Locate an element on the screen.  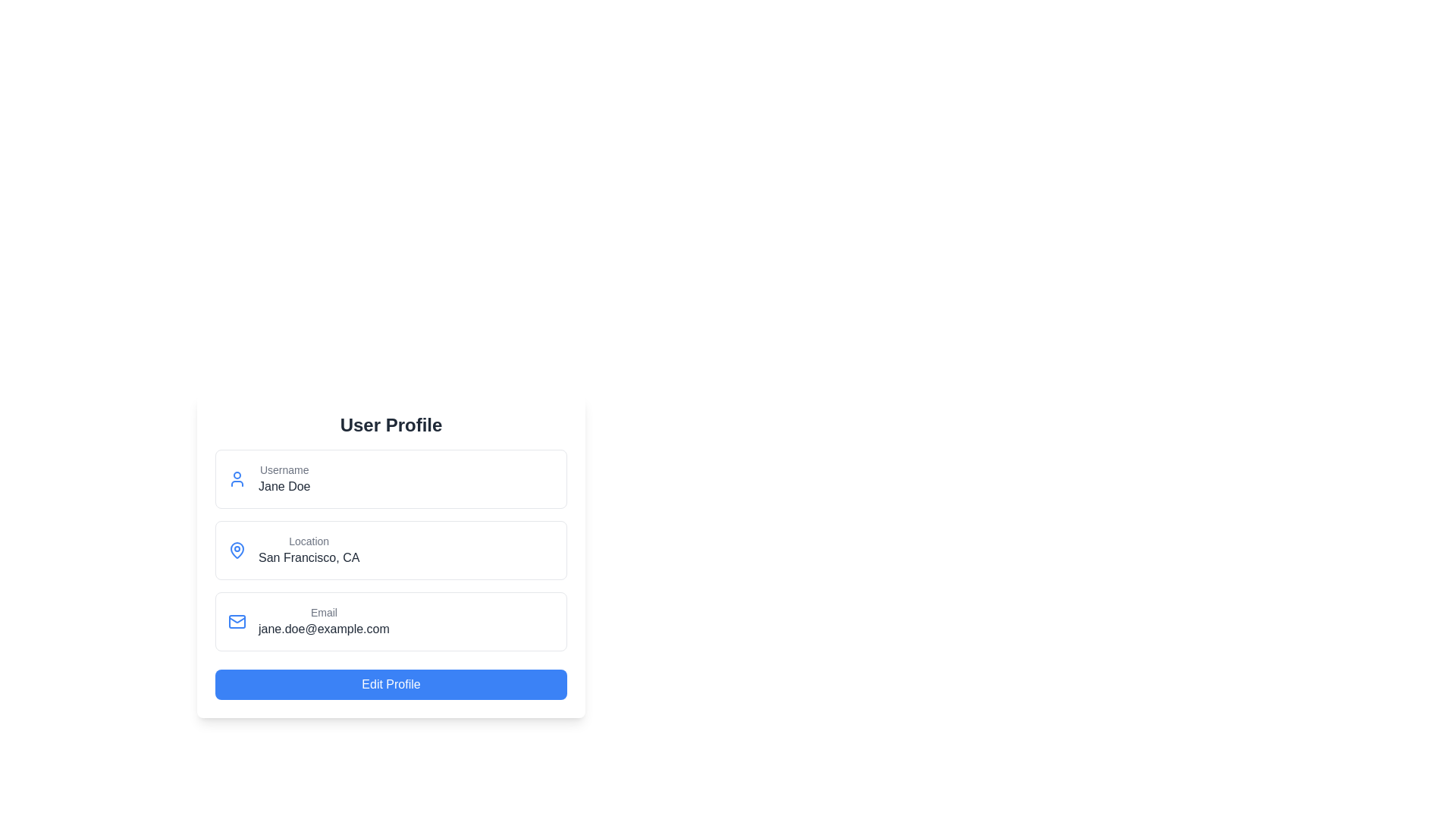
email address displayed in the non-interactive Text Display Block located in the lower section of the user profile card, which is aligned vertically with similar blocks for username and location is located at coordinates (323, 622).